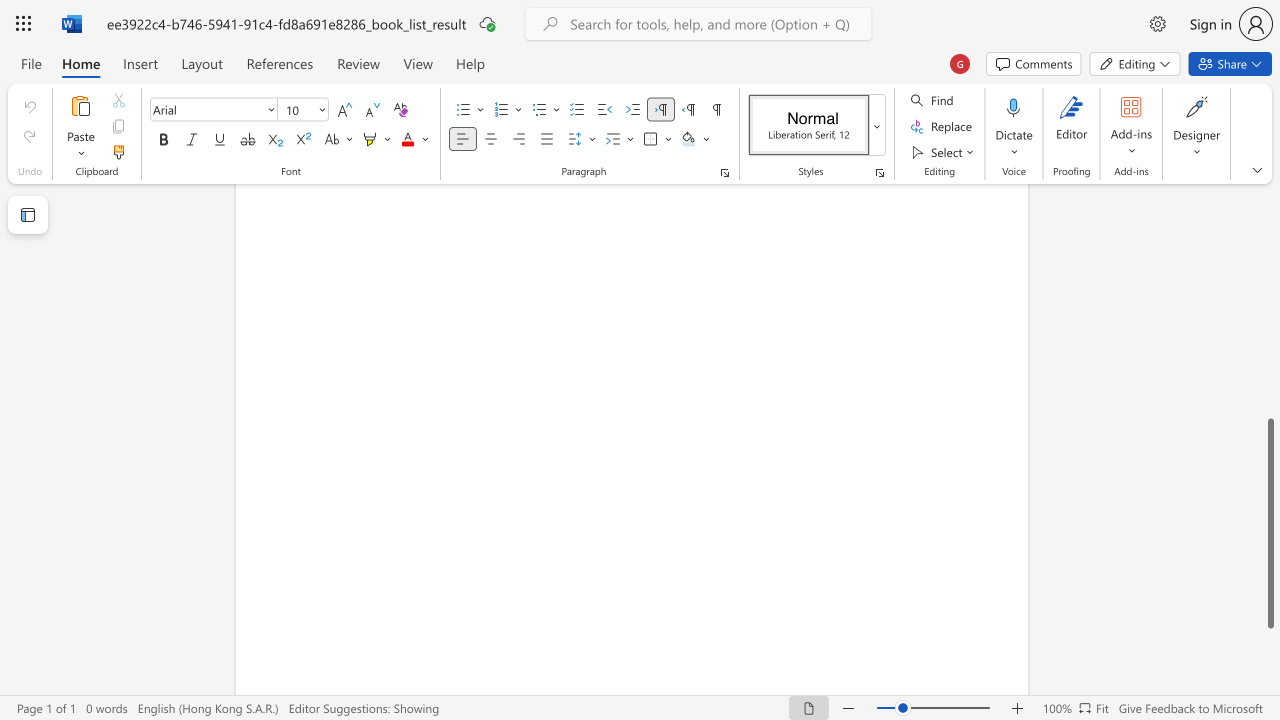 This screenshot has width=1280, height=720. What do you see at coordinates (1269, 248) in the screenshot?
I see `the scrollbar to adjust the page upward` at bounding box center [1269, 248].